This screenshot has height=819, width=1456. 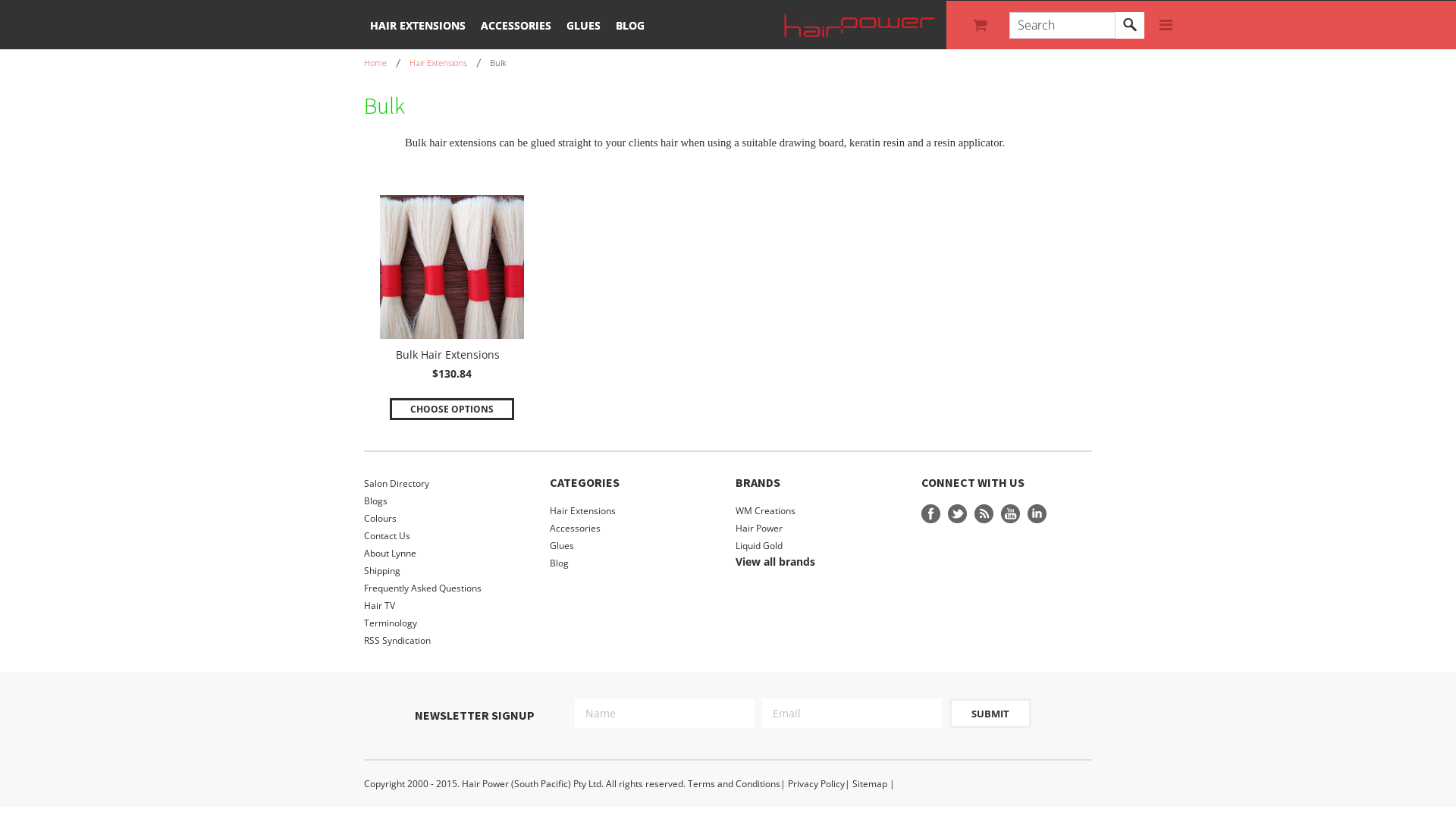 I want to click on 'HAIR EXTENSIONS', so click(x=418, y=24).